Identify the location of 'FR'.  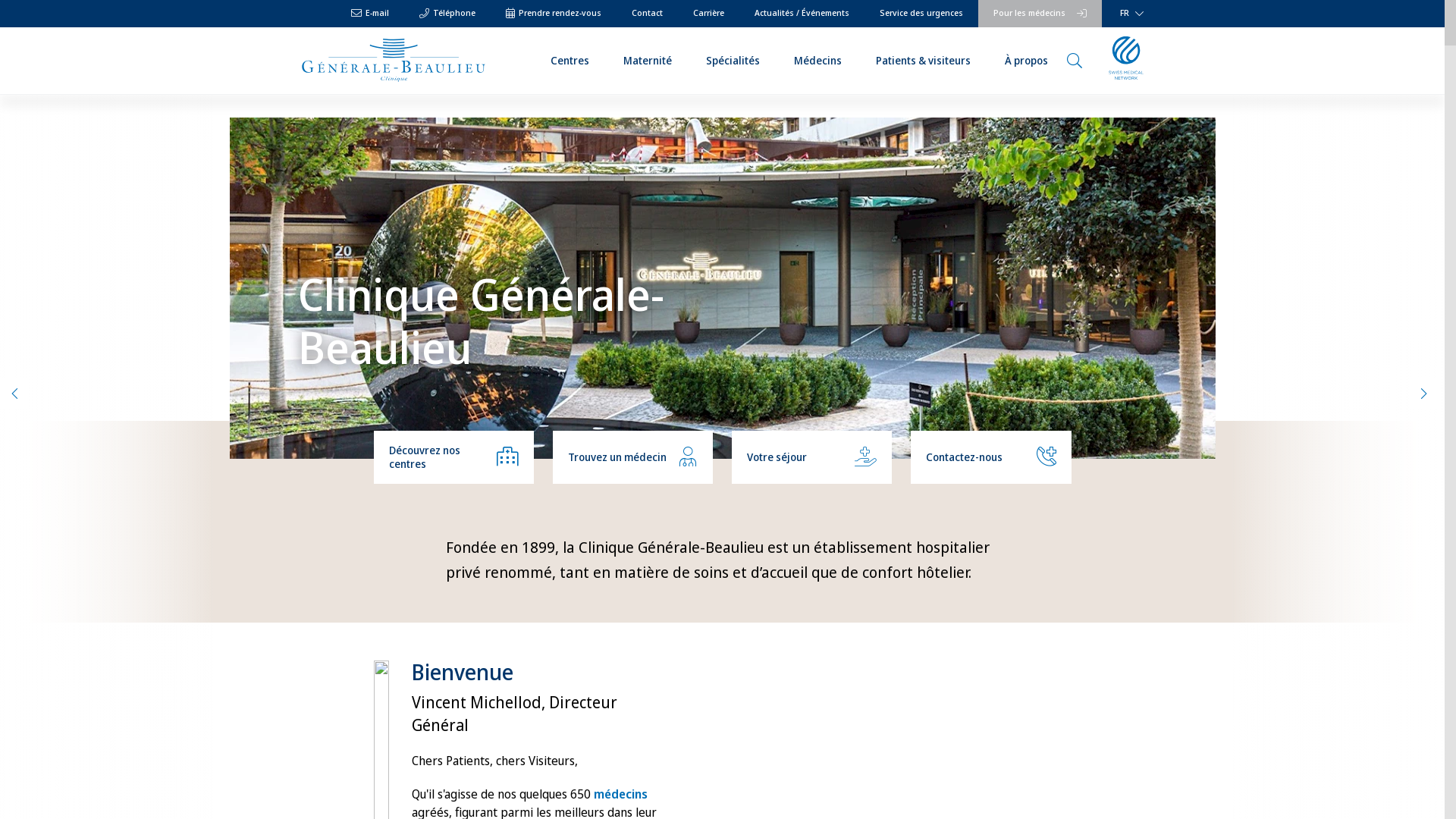
(1128, 14).